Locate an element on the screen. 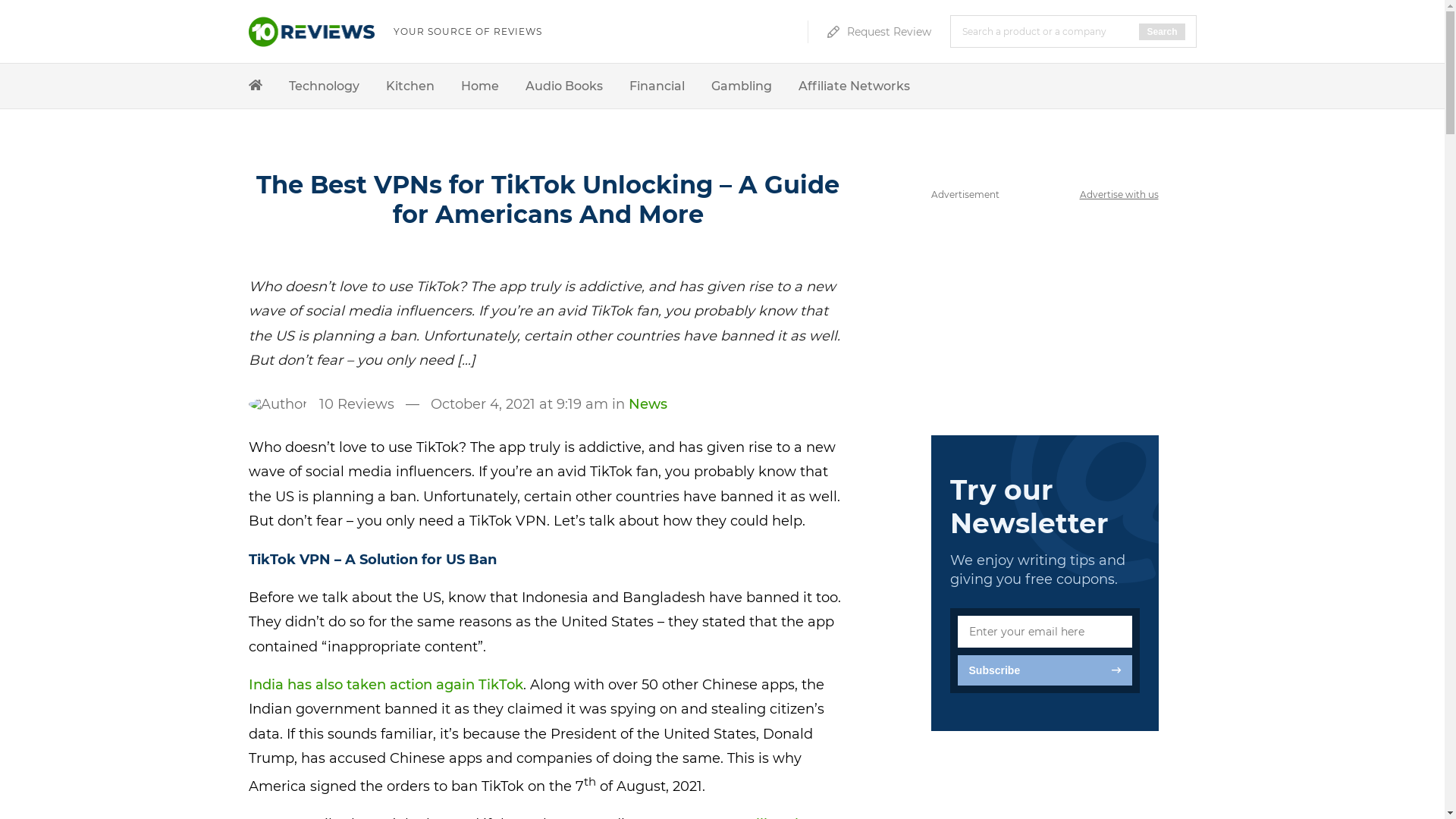  'Home' is located at coordinates (460, 86).